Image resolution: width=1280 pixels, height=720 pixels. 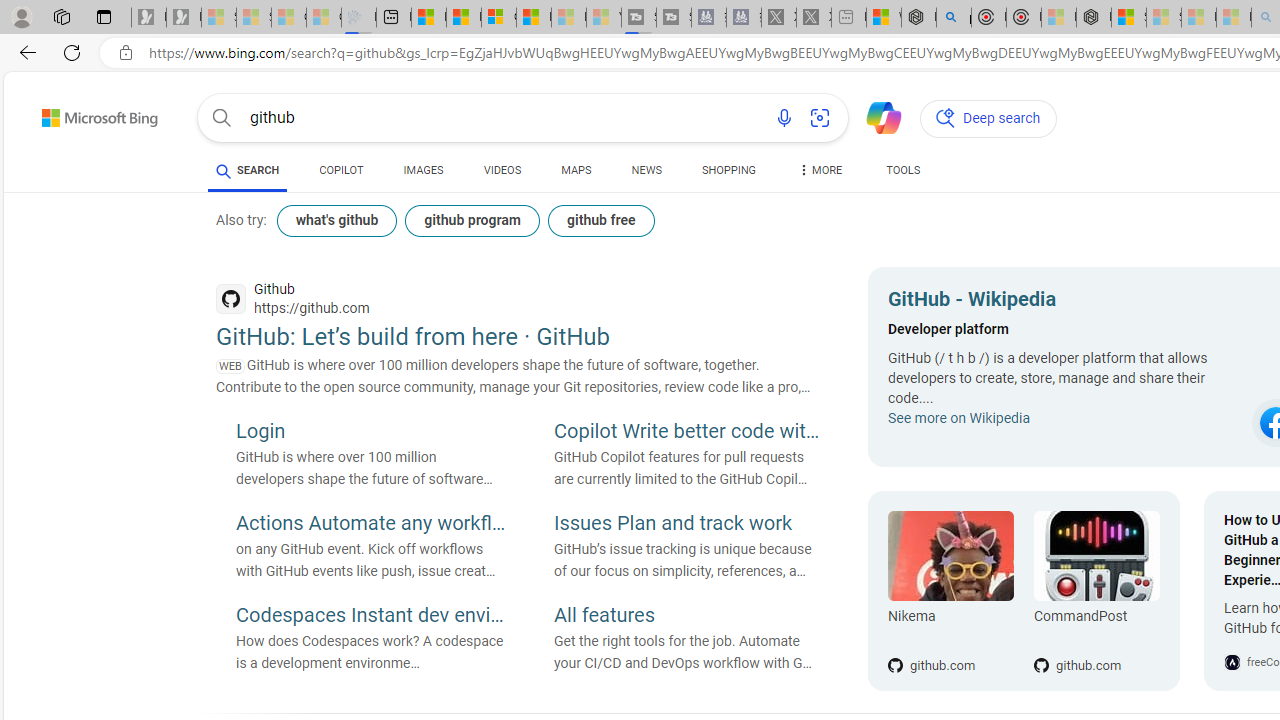 What do you see at coordinates (902, 170) in the screenshot?
I see `'TOOLS'` at bounding box center [902, 170].